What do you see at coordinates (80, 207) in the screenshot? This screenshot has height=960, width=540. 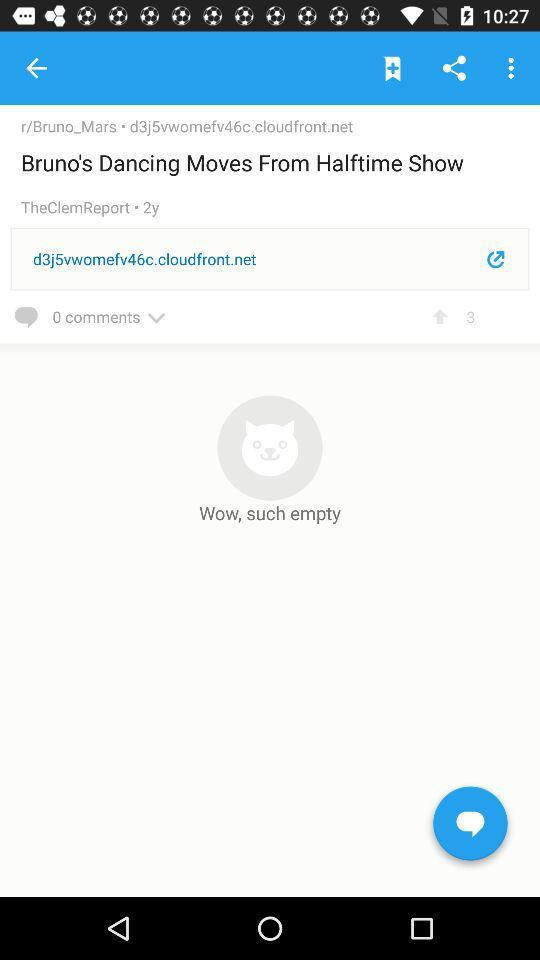 I see `the icon next to the 2y` at bounding box center [80, 207].